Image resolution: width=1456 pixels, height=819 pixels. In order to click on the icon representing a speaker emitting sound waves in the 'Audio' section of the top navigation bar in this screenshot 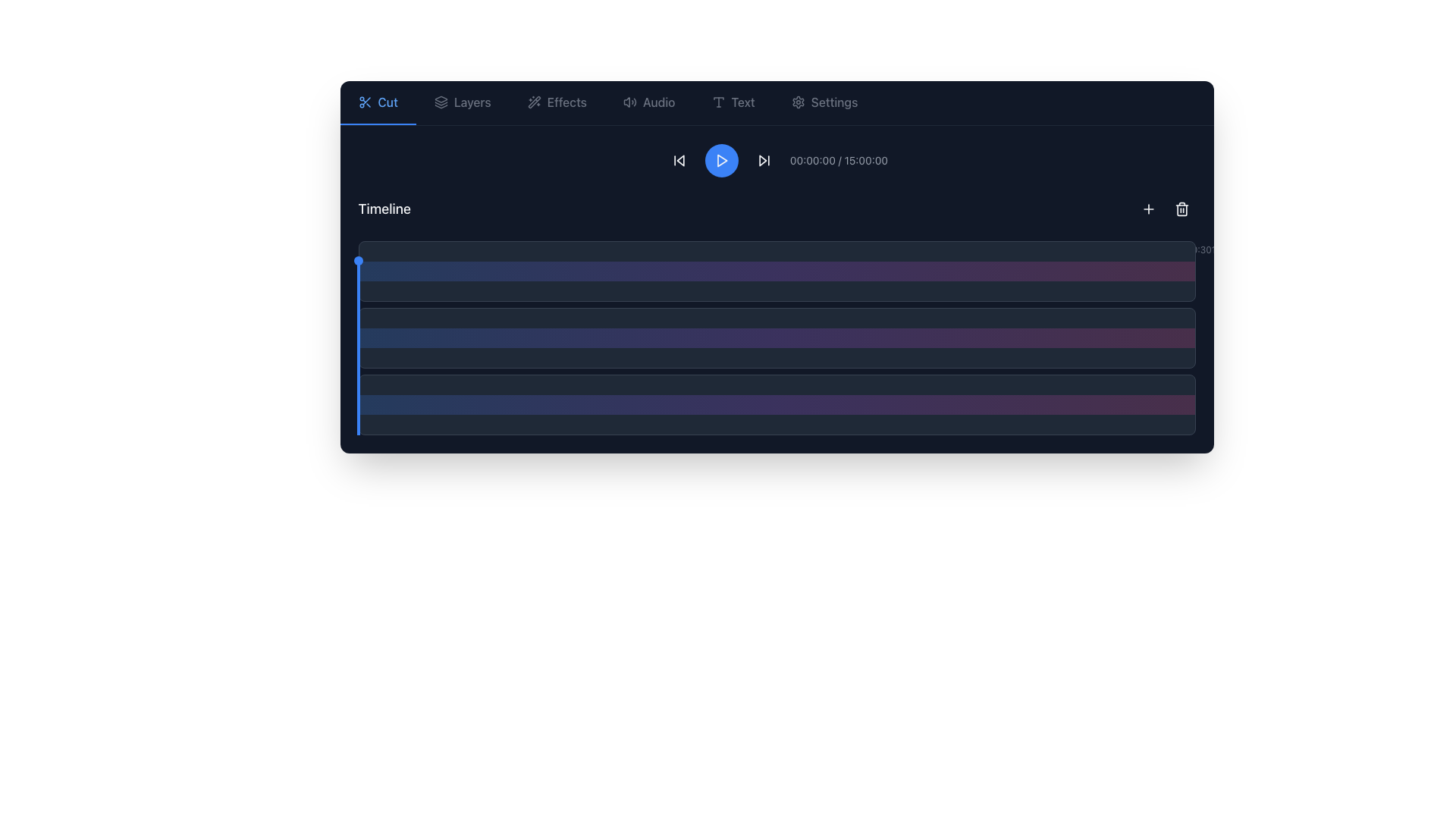, I will do `click(629, 102)`.